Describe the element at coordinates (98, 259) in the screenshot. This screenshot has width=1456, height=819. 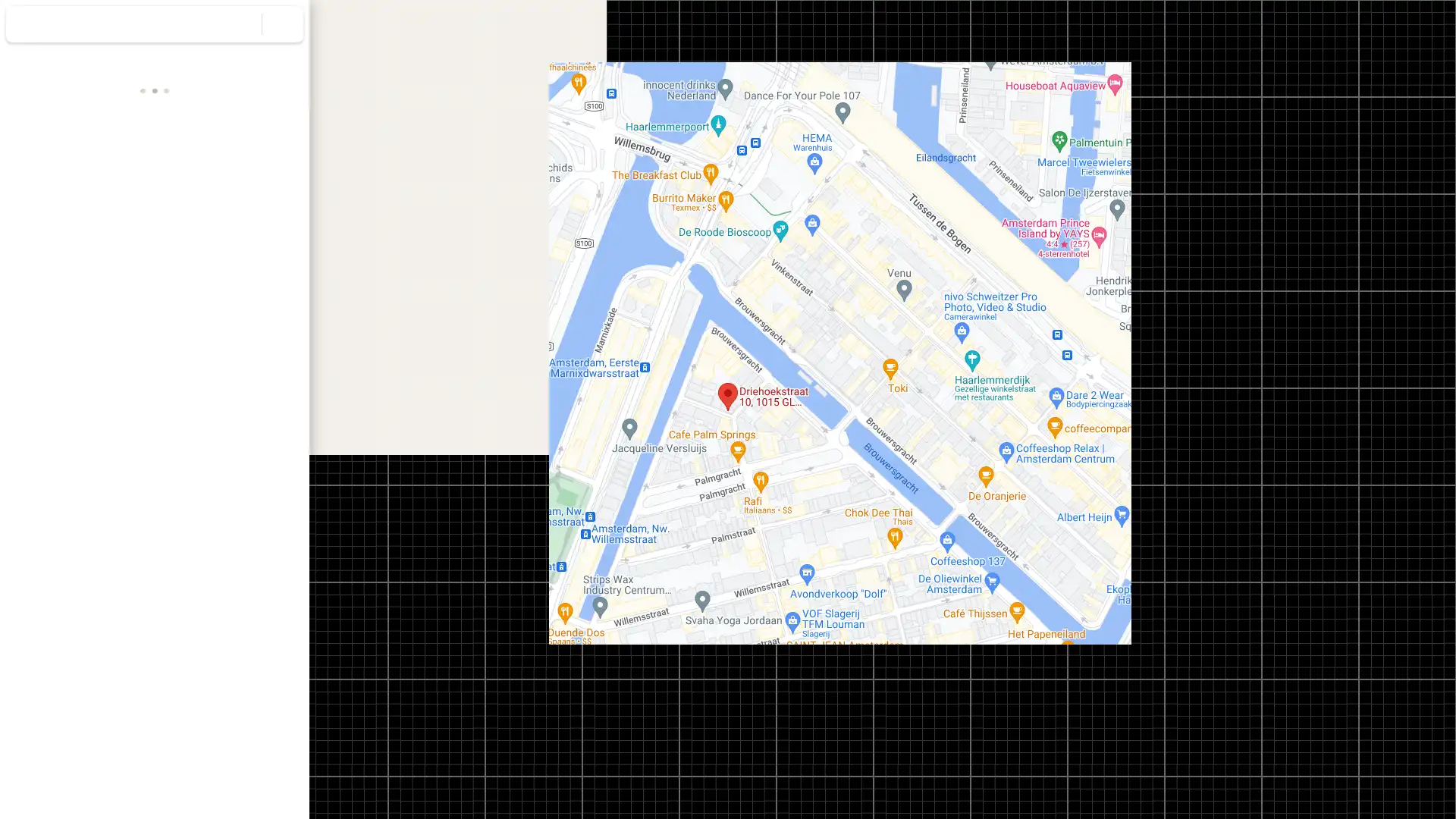
I see `Driehoekstraat 10 opslaan in je lijsten` at that location.